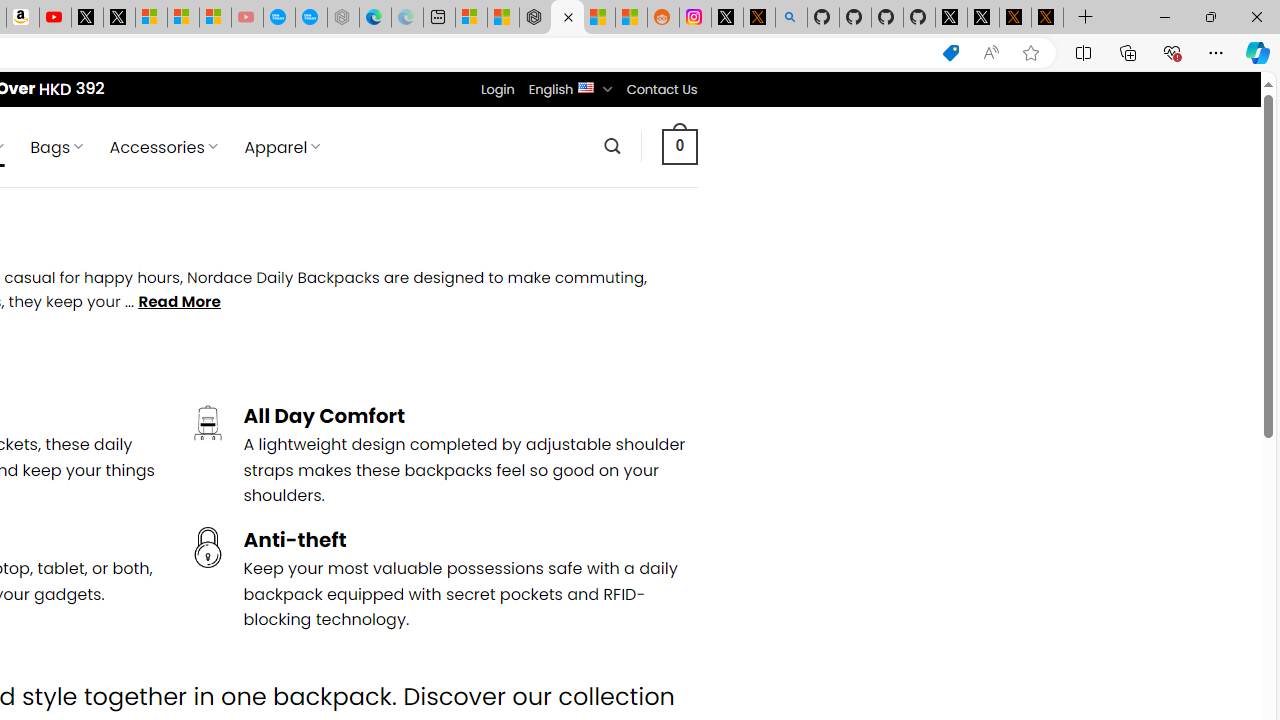 The height and width of the screenshot is (720, 1280). I want to click on 'Gloom - YouTube - Sleeping', so click(246, 17).